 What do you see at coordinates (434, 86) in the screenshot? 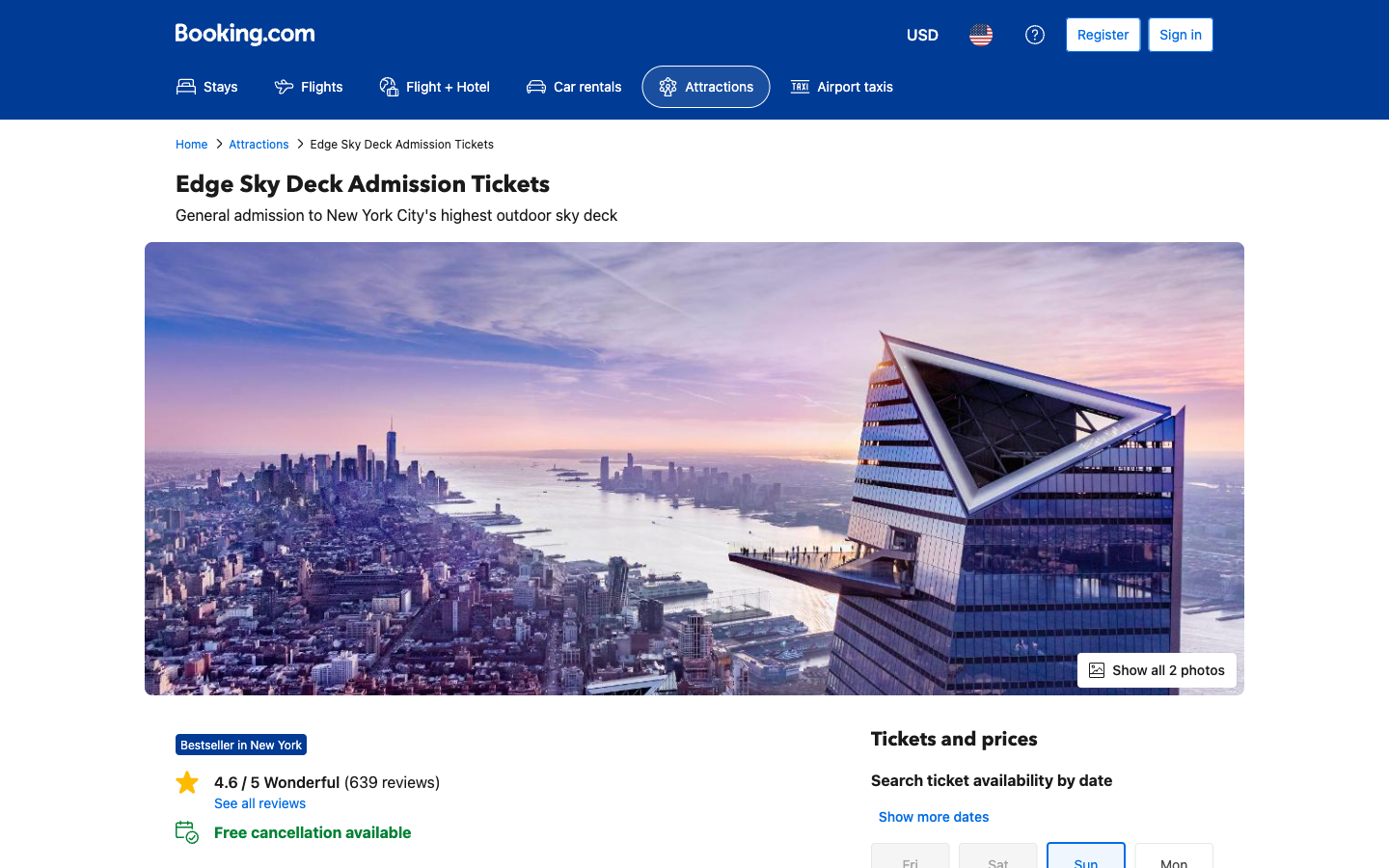
I see `Search for flights and hotels` at bounding box center [434, 86].